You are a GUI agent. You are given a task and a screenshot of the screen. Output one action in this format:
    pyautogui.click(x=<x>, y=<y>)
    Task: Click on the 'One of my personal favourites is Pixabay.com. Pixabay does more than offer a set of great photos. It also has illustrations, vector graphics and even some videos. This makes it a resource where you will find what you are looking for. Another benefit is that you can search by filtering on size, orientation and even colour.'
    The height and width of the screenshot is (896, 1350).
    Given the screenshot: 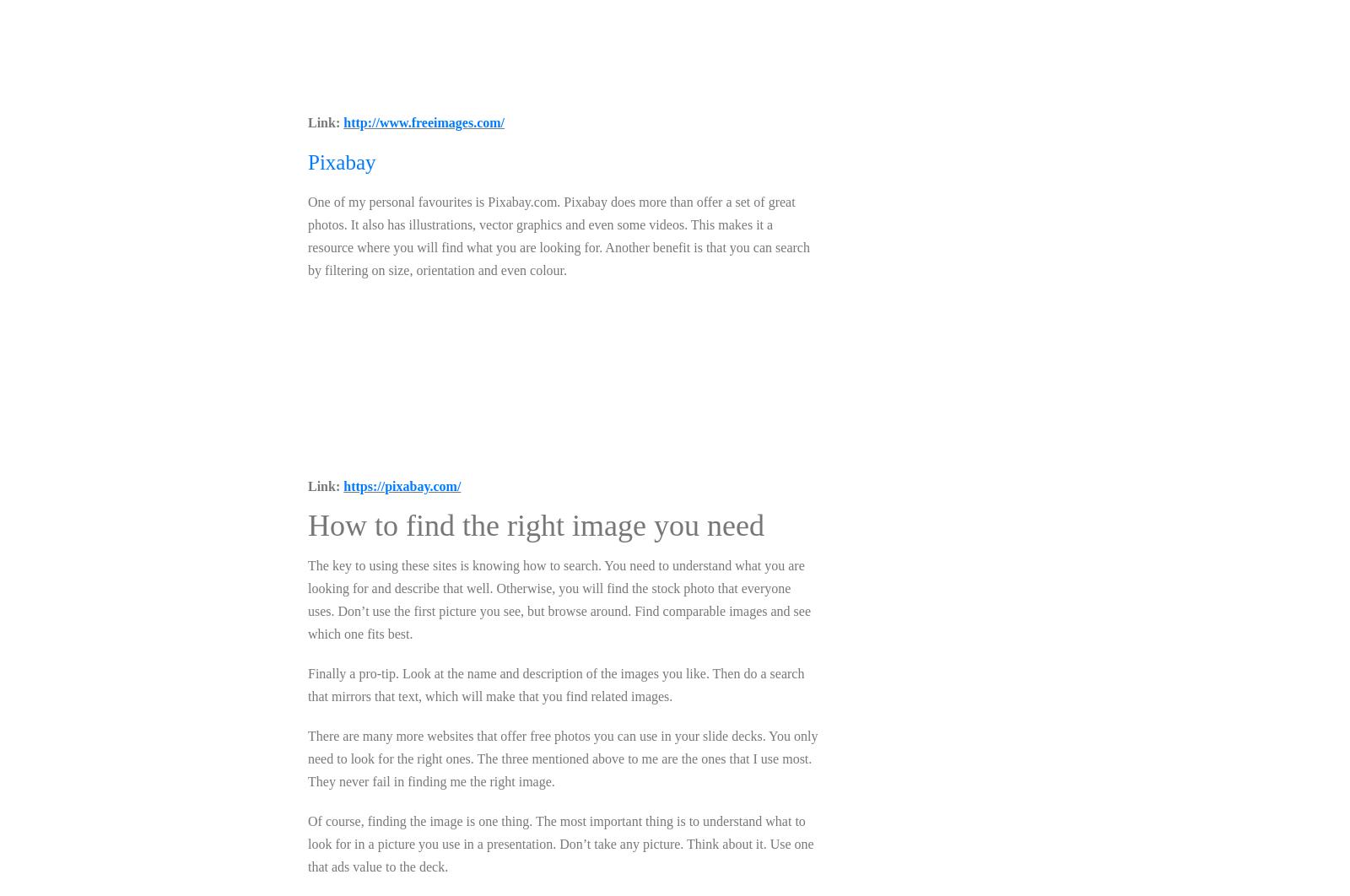 What is the action you would take?
    pyautogui.click(x=307, y=235)
    